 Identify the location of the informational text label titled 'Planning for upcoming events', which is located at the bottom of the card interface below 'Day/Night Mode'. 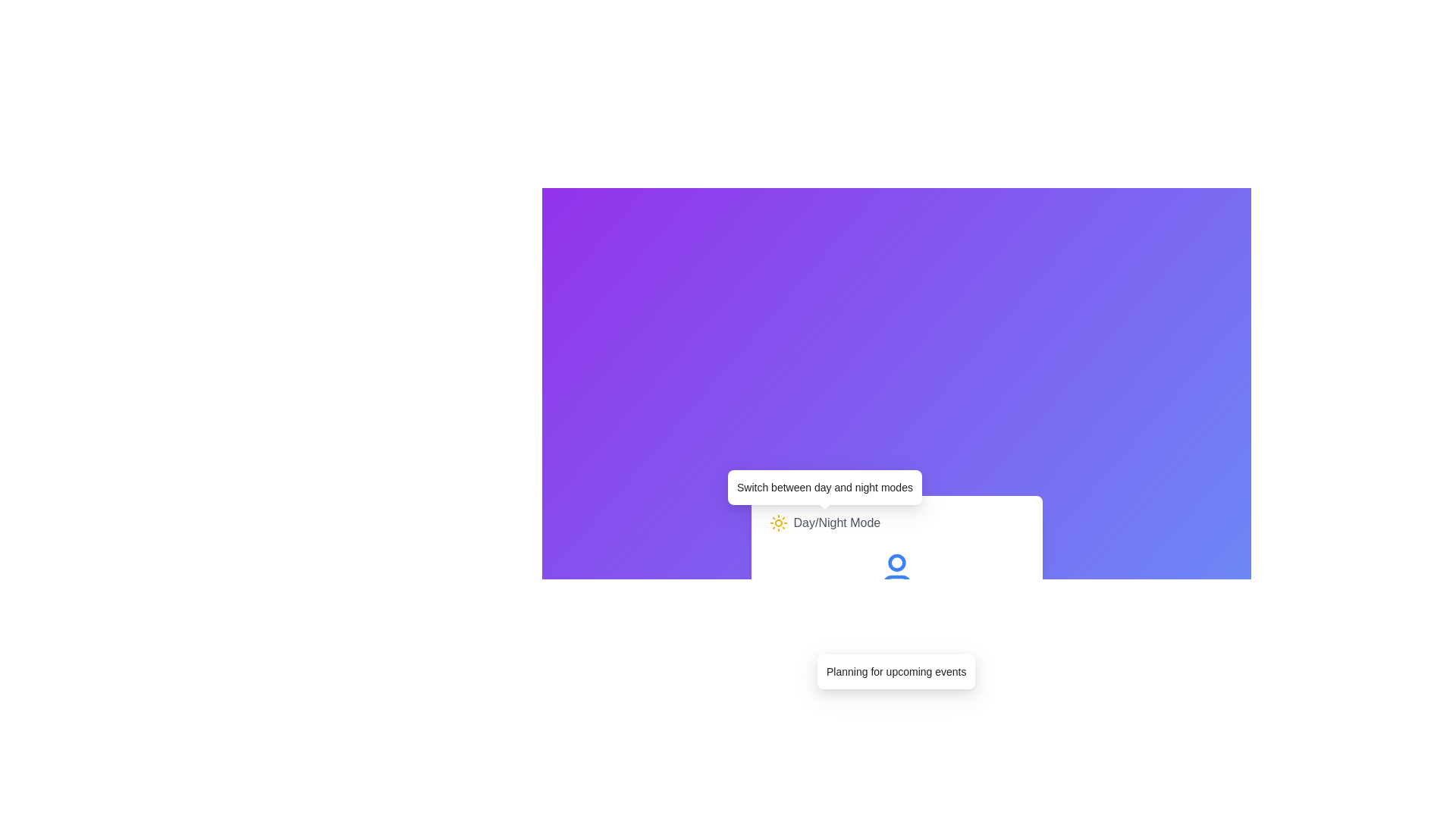
(896, 671).